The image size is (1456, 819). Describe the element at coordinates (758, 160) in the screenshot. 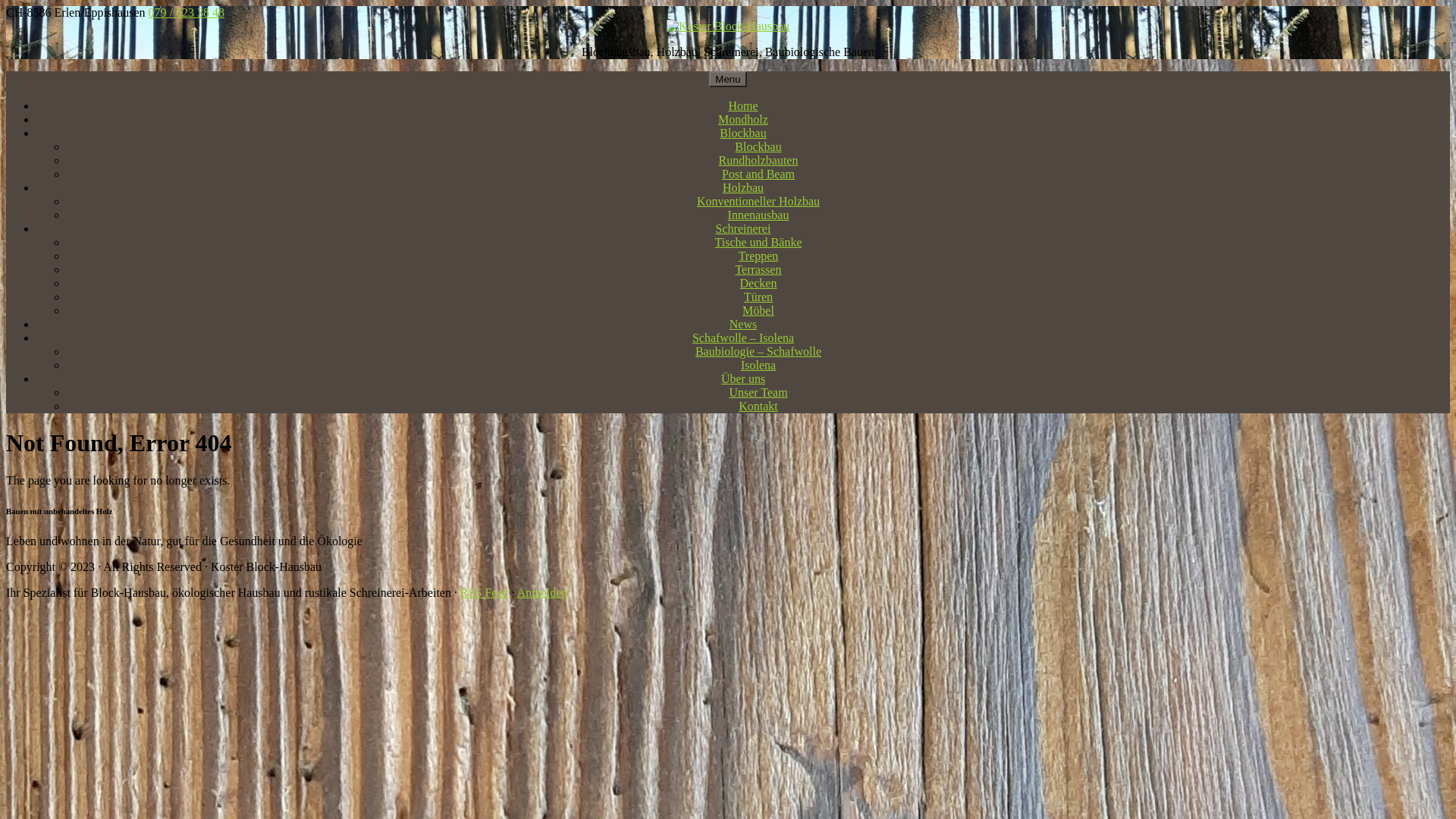

I see `'Rundholzbauten'` at that location.